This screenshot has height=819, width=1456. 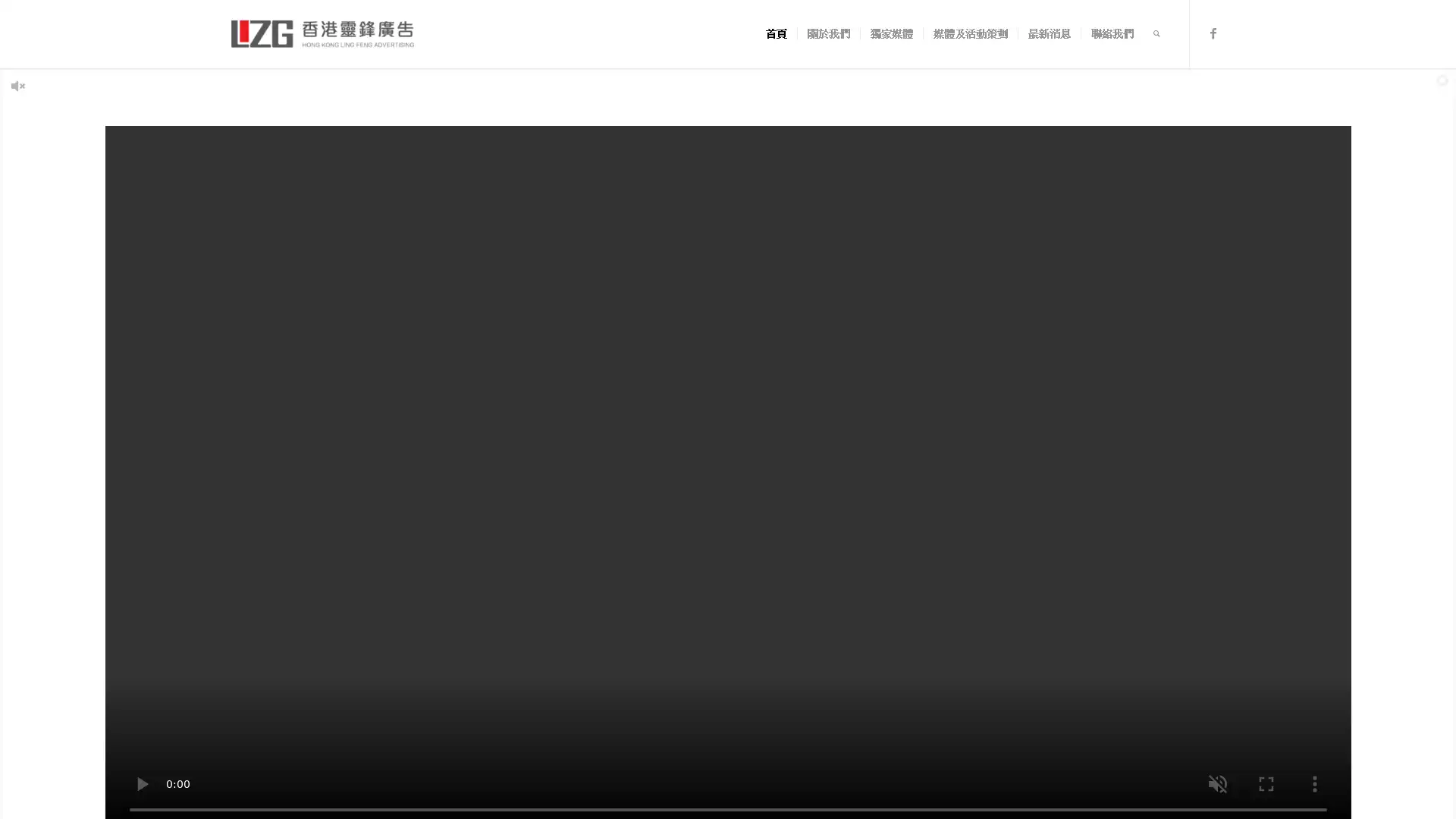 I want to click on enter full screen, so click(x=1266, y=783).